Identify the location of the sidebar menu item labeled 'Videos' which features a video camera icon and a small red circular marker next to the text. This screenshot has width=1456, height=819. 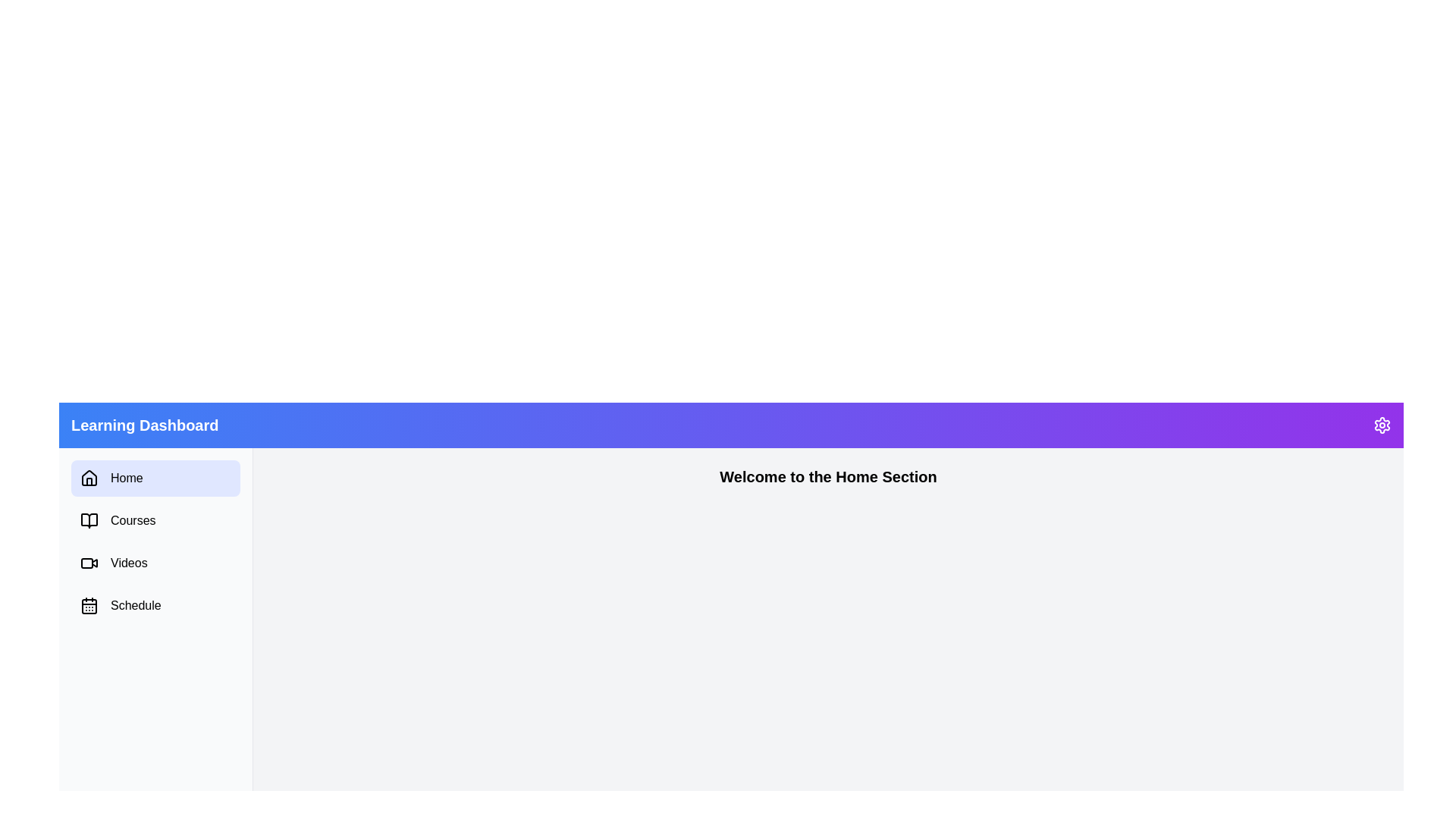
(155, 563).